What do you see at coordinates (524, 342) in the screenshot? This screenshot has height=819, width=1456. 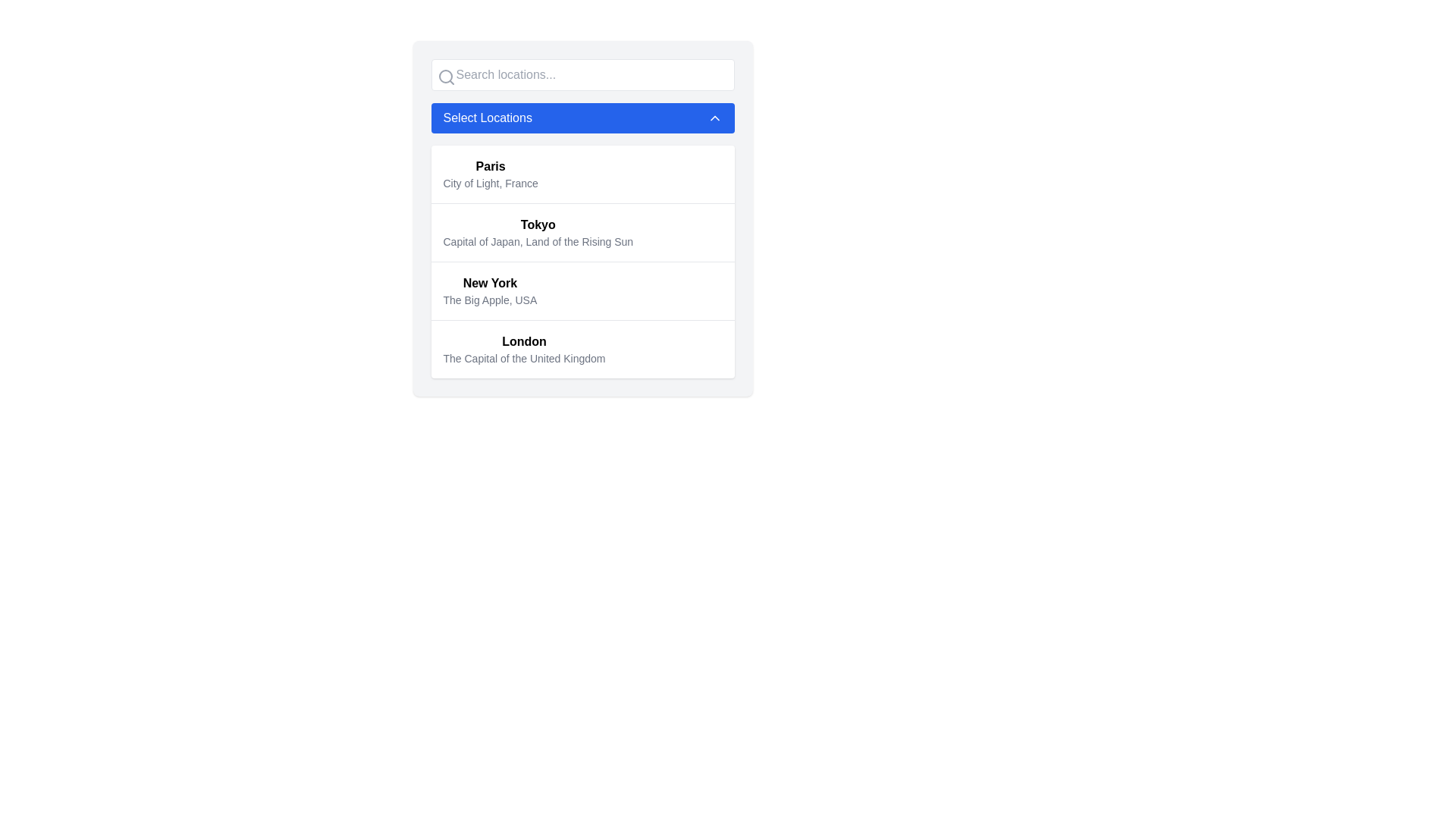 I see `text displayed in the title label for the location 'London', which is positioned under the 'New York' list item` at bounding box center [524, 342].